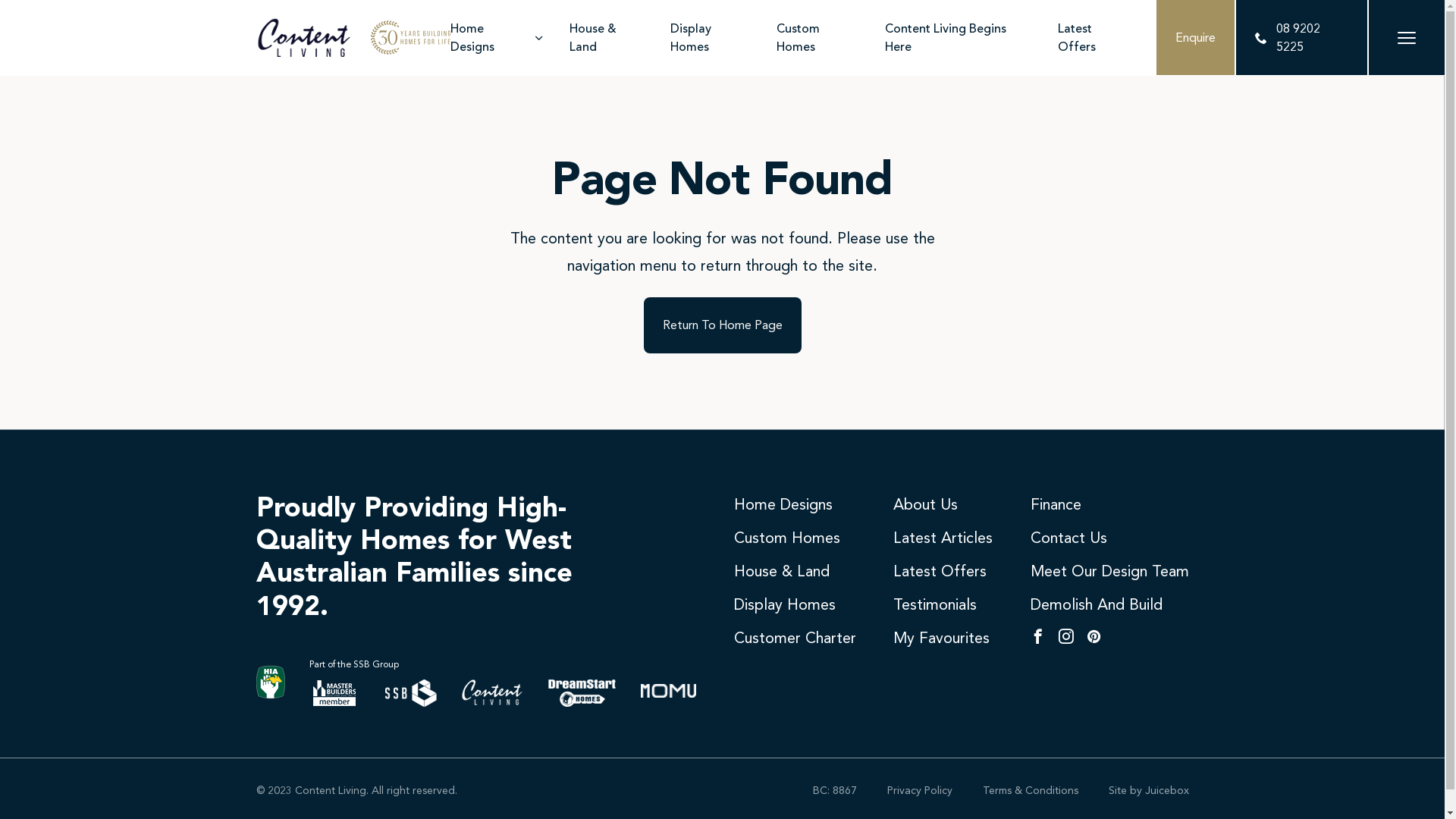 The width and height of the screenshot is (1456, 819). I want to click on 'My Favourites', so click(940, 637).